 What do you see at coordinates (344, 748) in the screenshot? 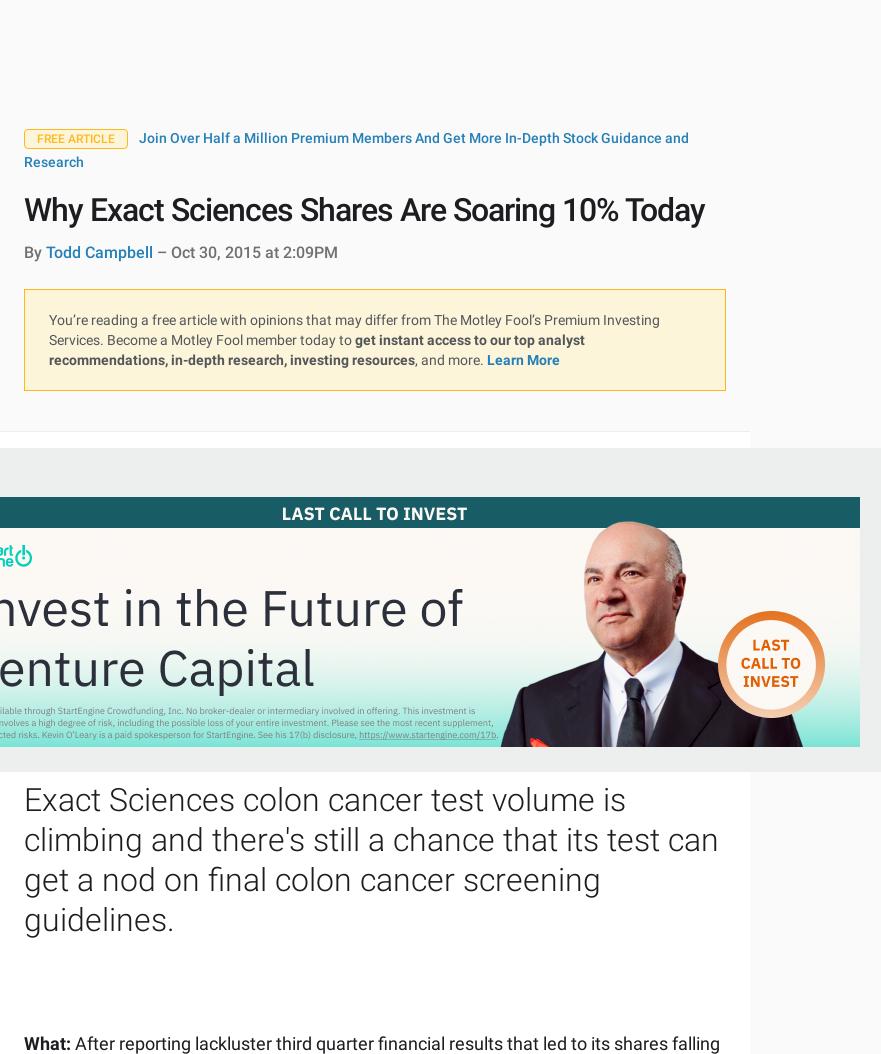
I see `'Calculated by average return of all stock recommendations since inception of the Stock Advisor service in February of 2002. Returns as of 11/08/2023.'` at bounding box center [344, 748].